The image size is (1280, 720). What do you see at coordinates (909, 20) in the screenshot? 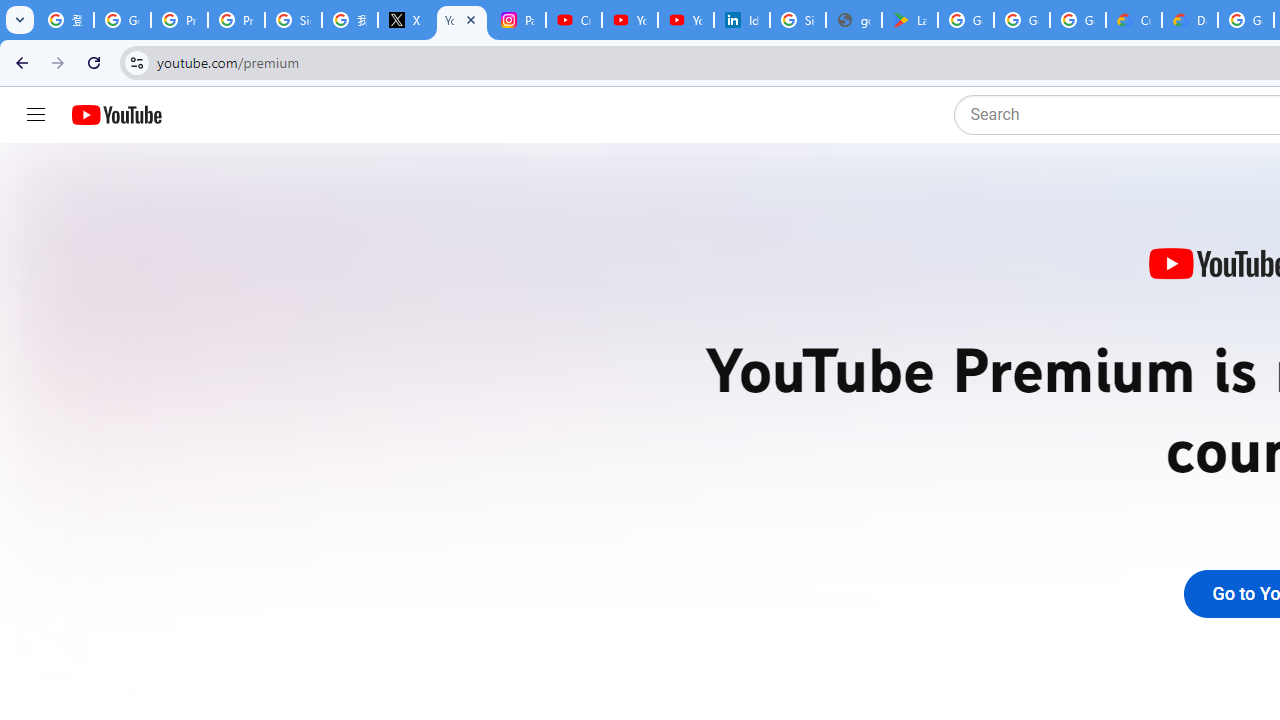
I see `'Last Shelter: Survival - Apps on Google Play'` at bounding box center [909, 20].